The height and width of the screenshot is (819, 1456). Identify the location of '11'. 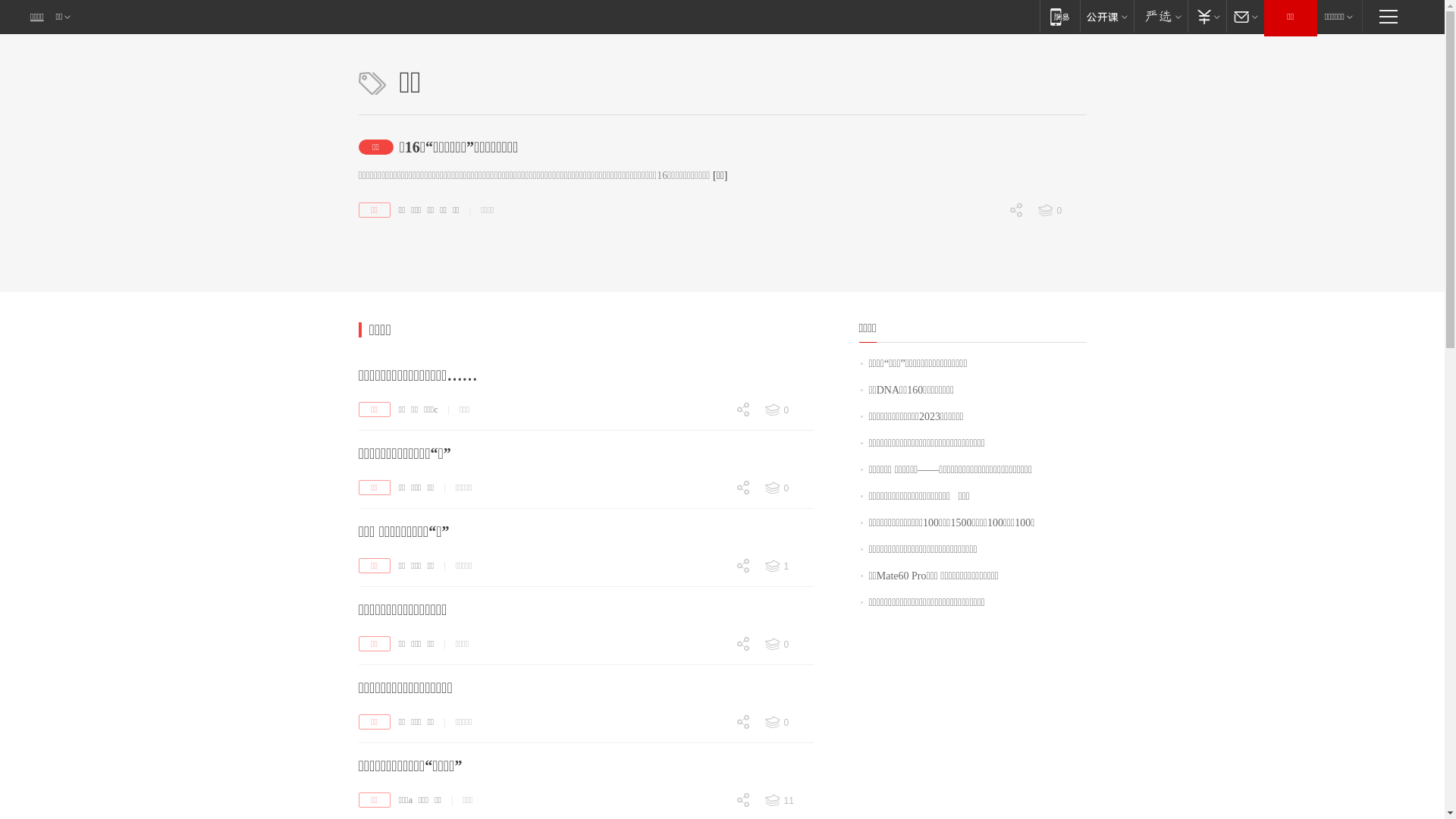
(787, 800).